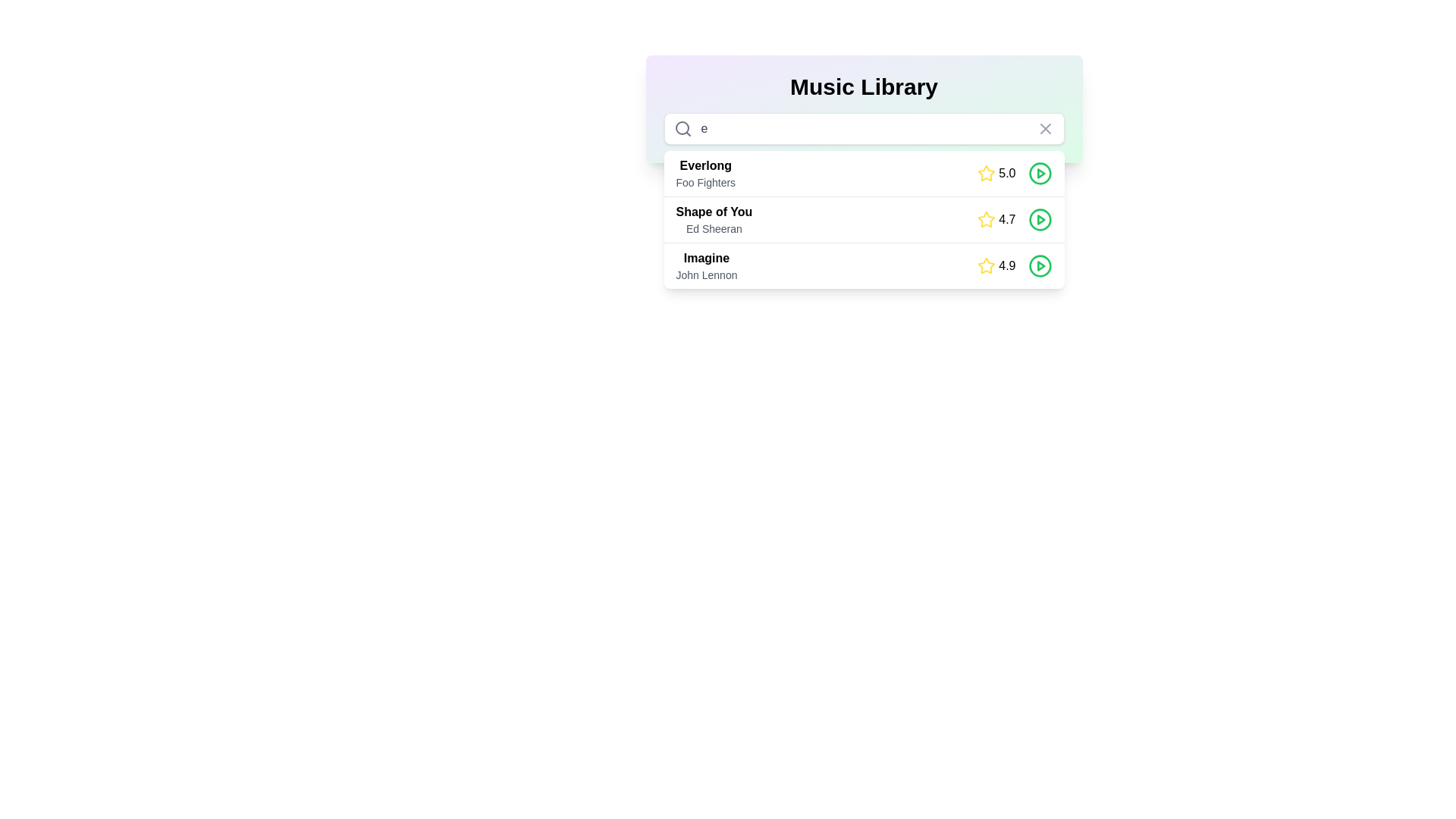 The height and width of the screenshot is (819, 1456). What do you see at coordinates (864, 220) in the screenshot?
I see `the green circular play button of the music track entry 'Shape of You' by Ed Sheeran` at bounding box center [864, 220].